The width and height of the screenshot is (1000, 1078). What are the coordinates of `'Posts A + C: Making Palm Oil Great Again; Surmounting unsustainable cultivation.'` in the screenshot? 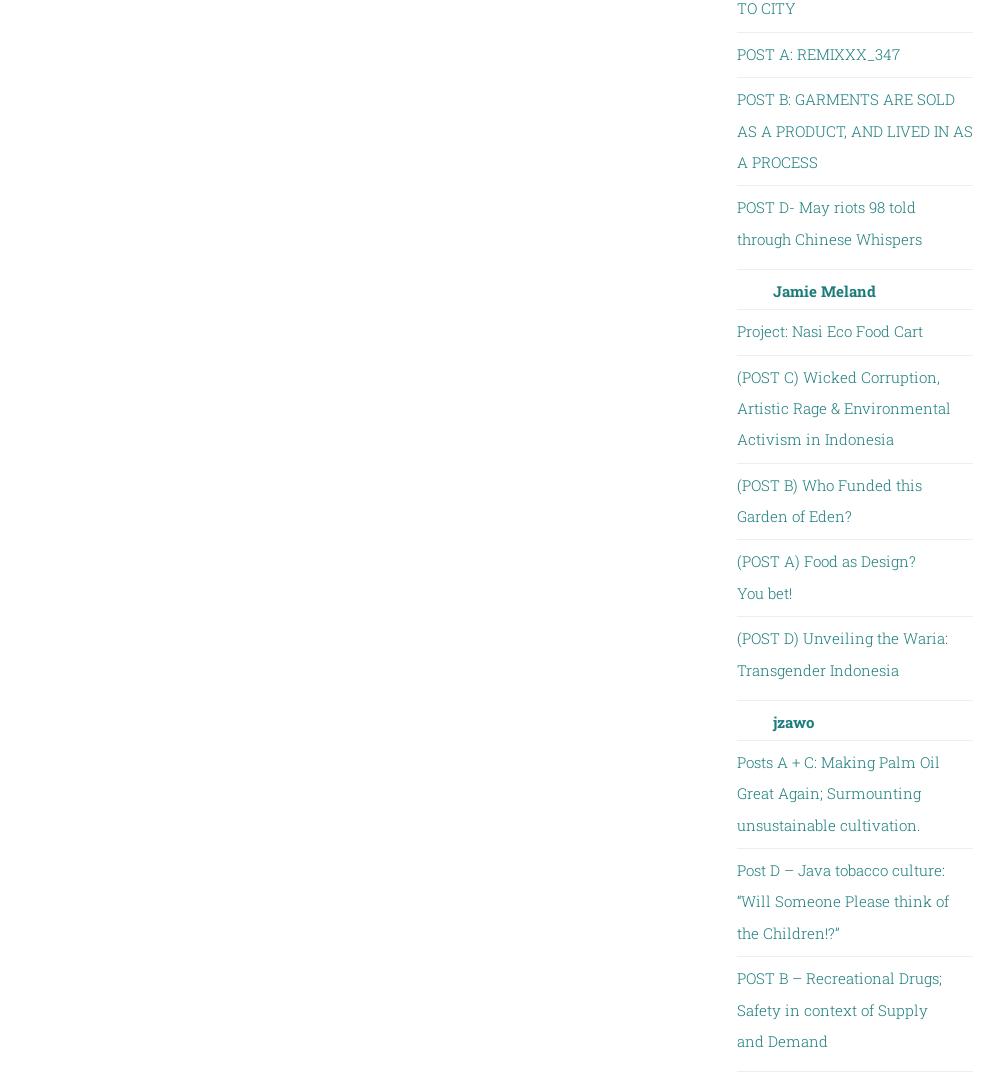 It's located at (836, 791).